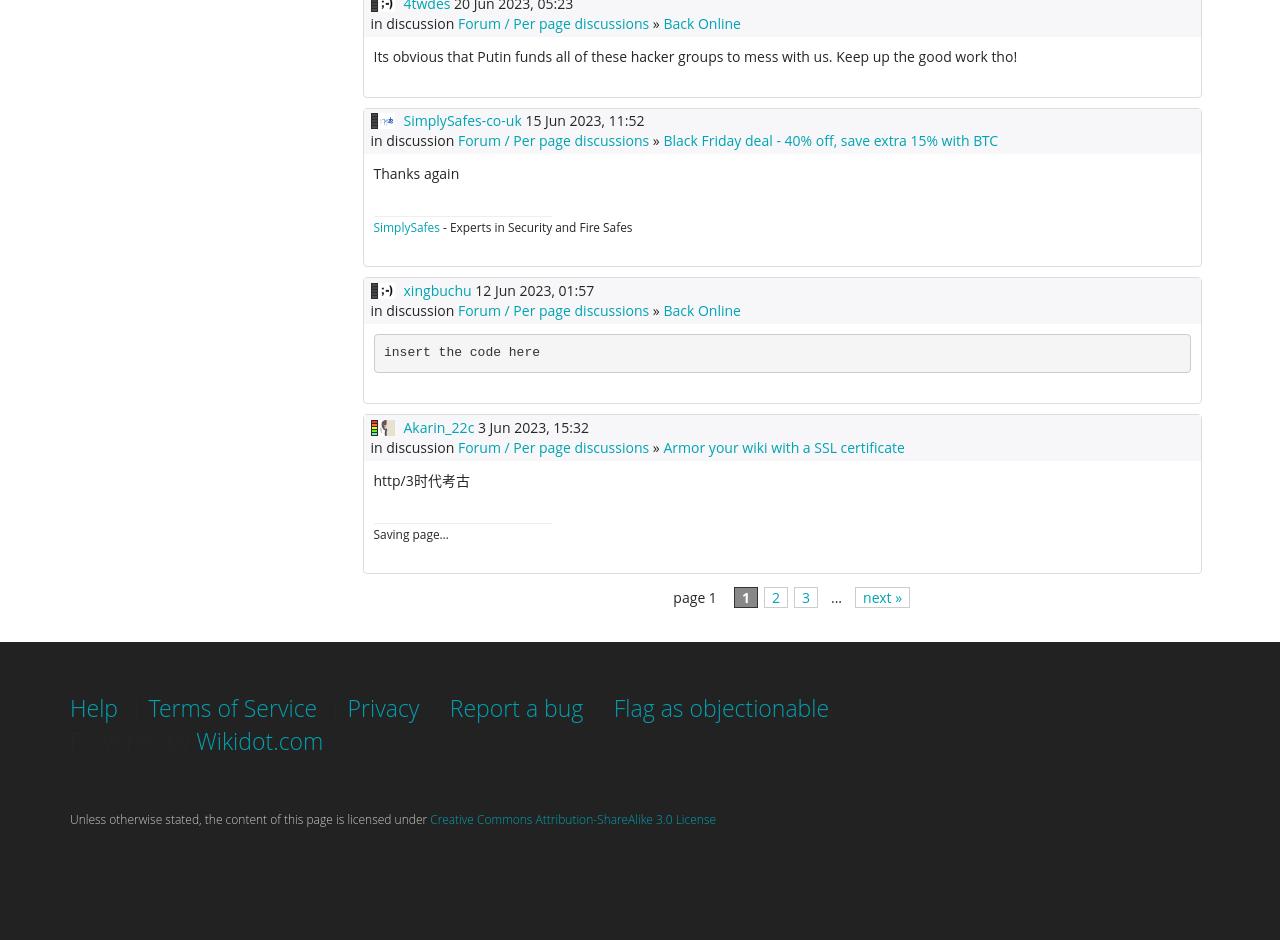  Describe the element at coordinates (435, 288) in the screenshot. I see `'xingbuchu'` at that location.